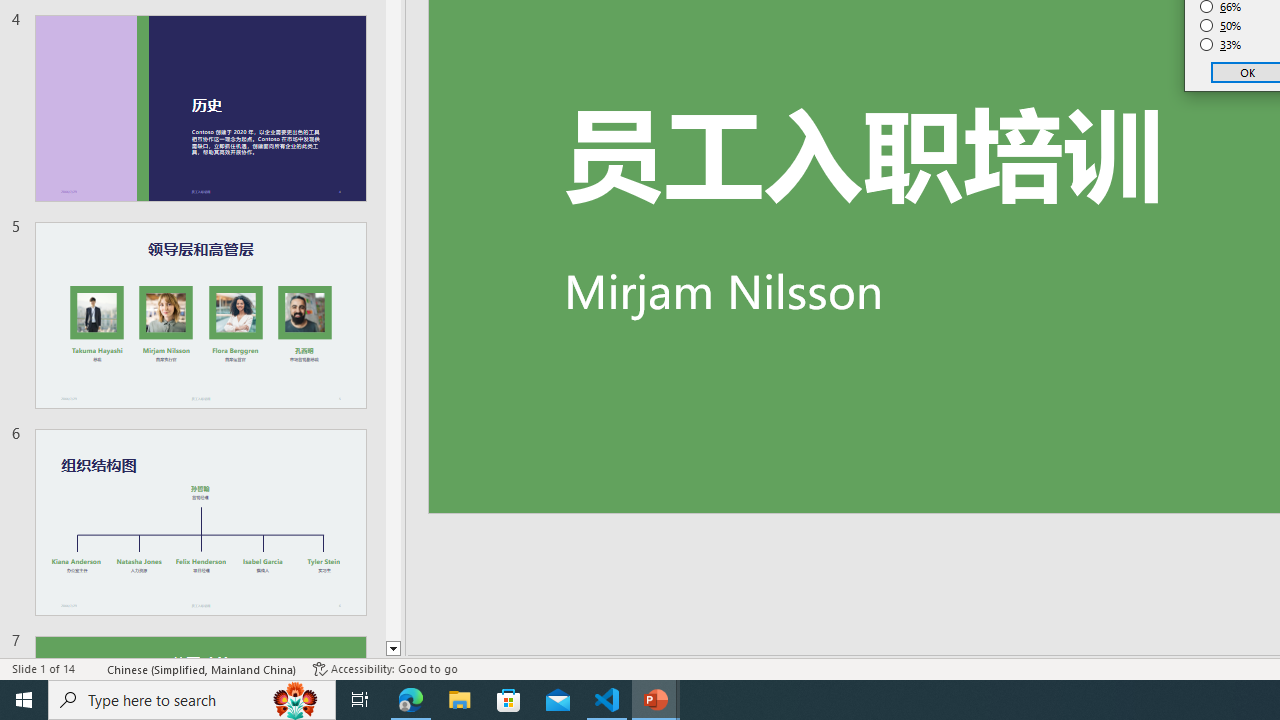 This screenshot has width=1280, height=720. What do you see at coordinates (1220, 45) in the screenshot?
I see `'33%'` at bounding box center [1220, 45].